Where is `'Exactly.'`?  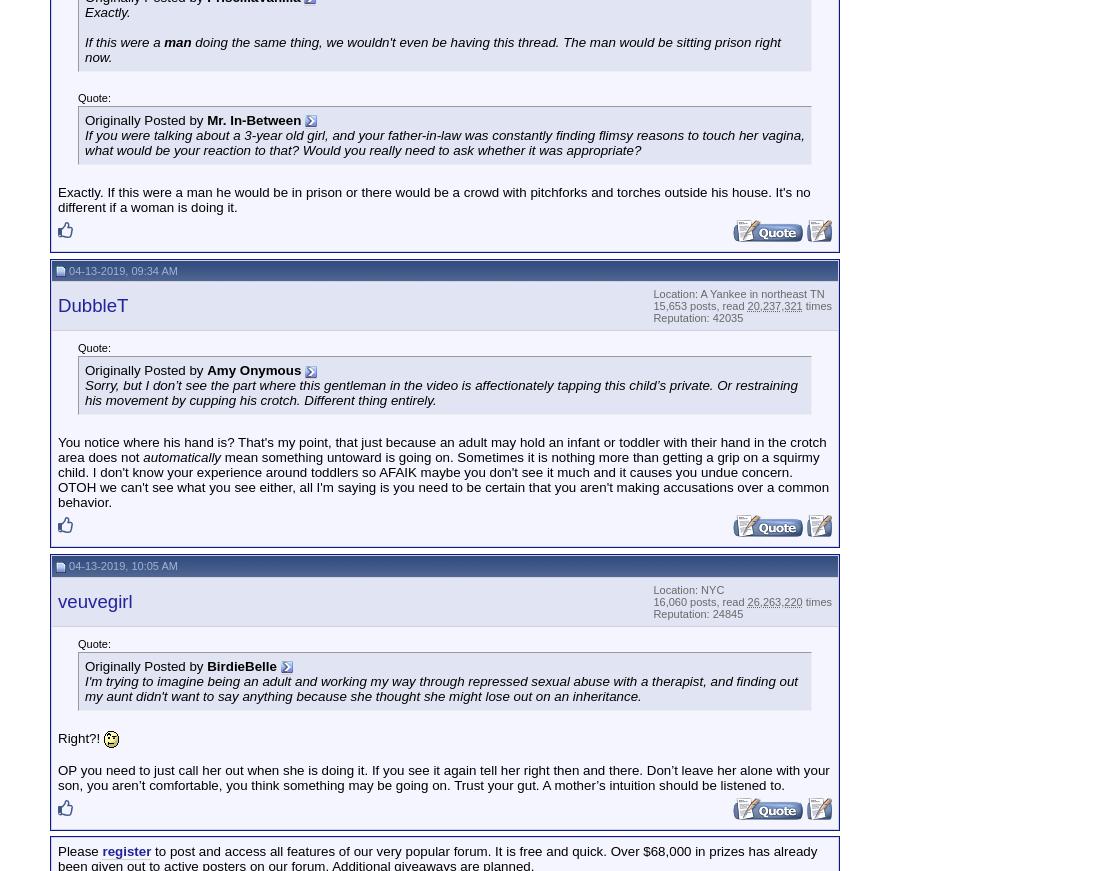 'Exactly.' is located at coordinates (85, 10).